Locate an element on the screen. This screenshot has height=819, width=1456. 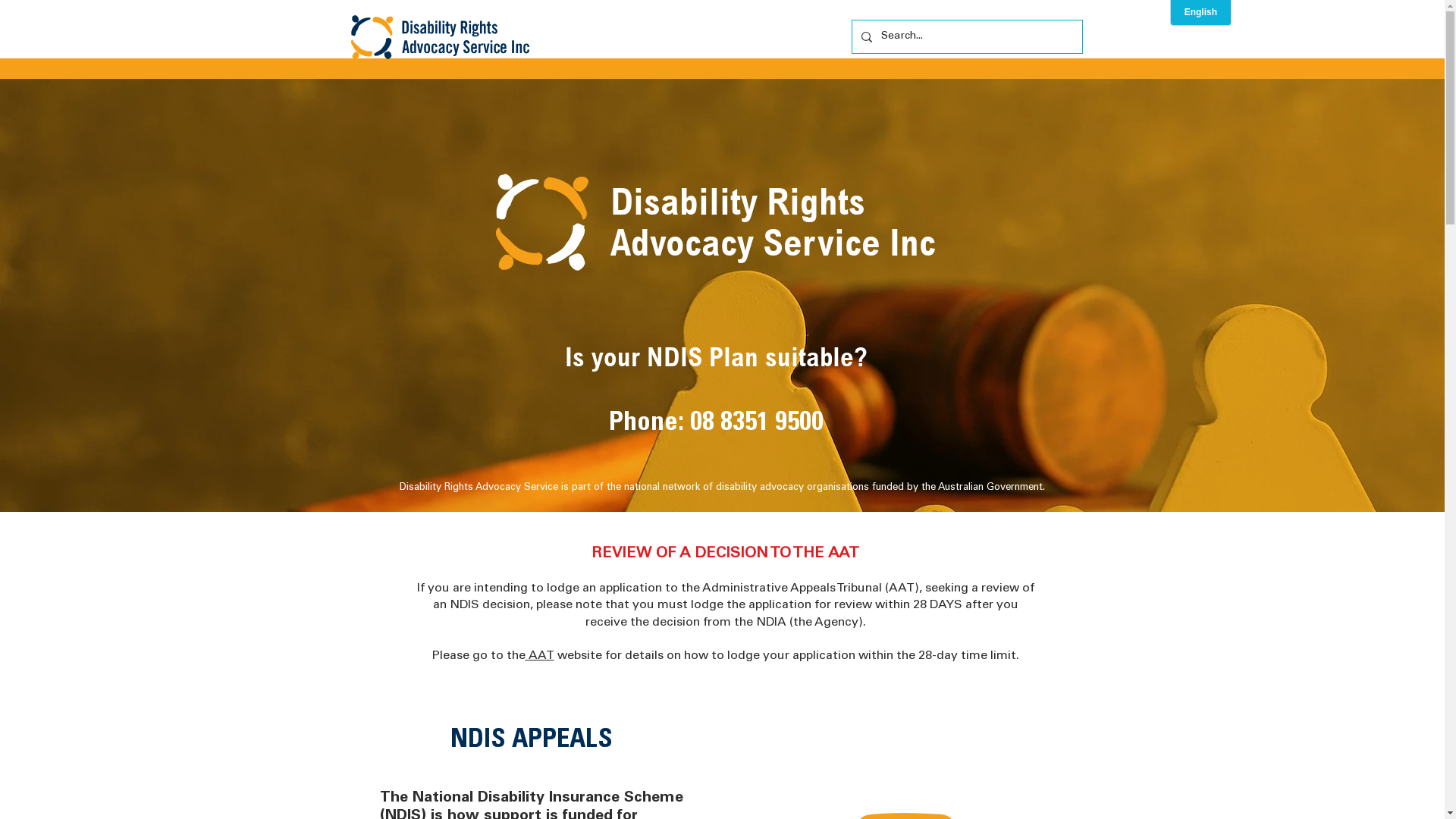
' AAT' is located at coordinates (538, 654).